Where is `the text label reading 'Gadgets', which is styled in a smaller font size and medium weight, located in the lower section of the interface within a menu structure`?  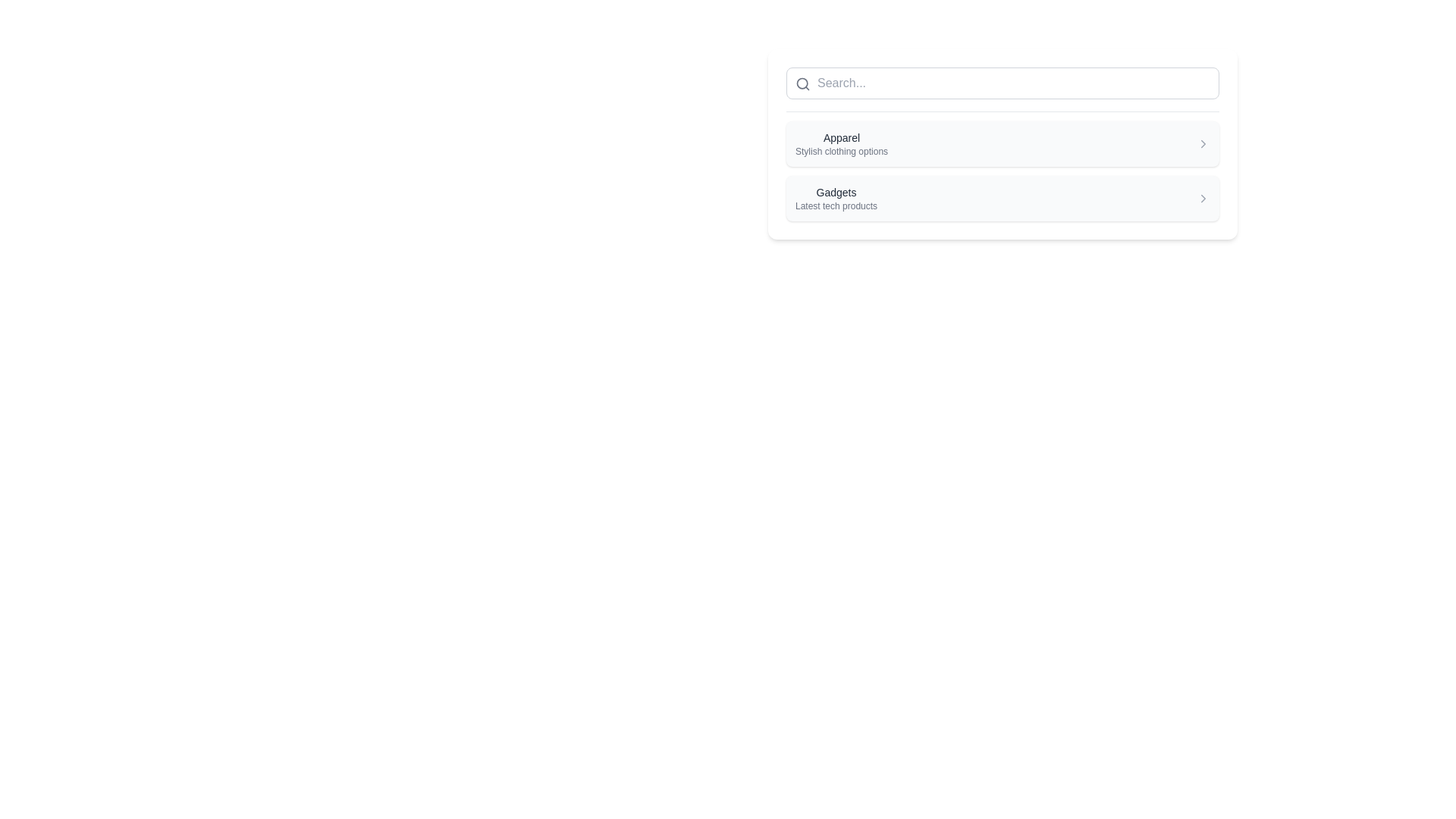
the text label reading 'Gadgets', which is styled in a smaller font size and medium weight, located in the lower section of the interface within a menu structure is located at coordinates (836, 192).